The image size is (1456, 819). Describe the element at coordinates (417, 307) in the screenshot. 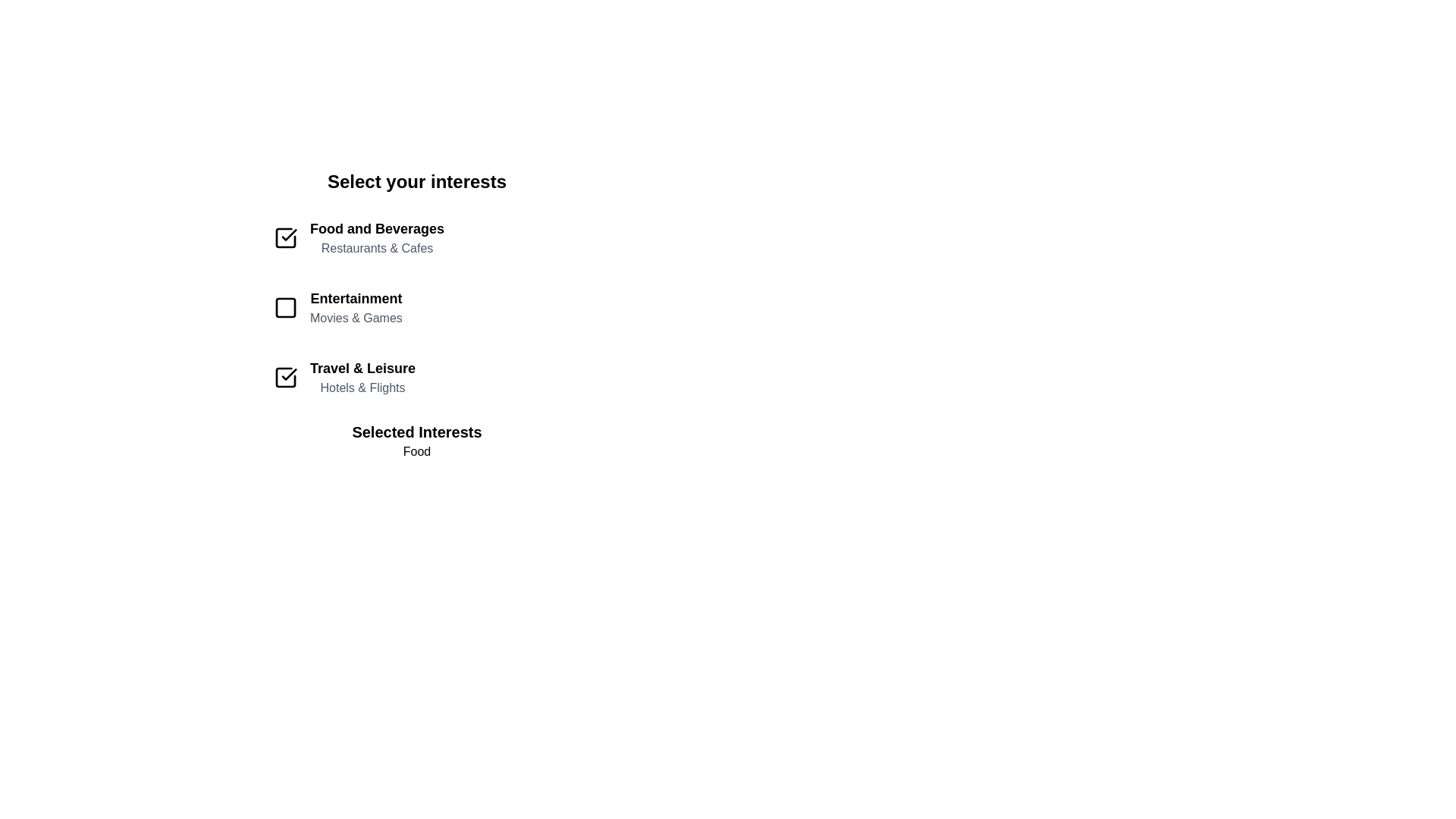

I see `the item Entertainment` at that location.